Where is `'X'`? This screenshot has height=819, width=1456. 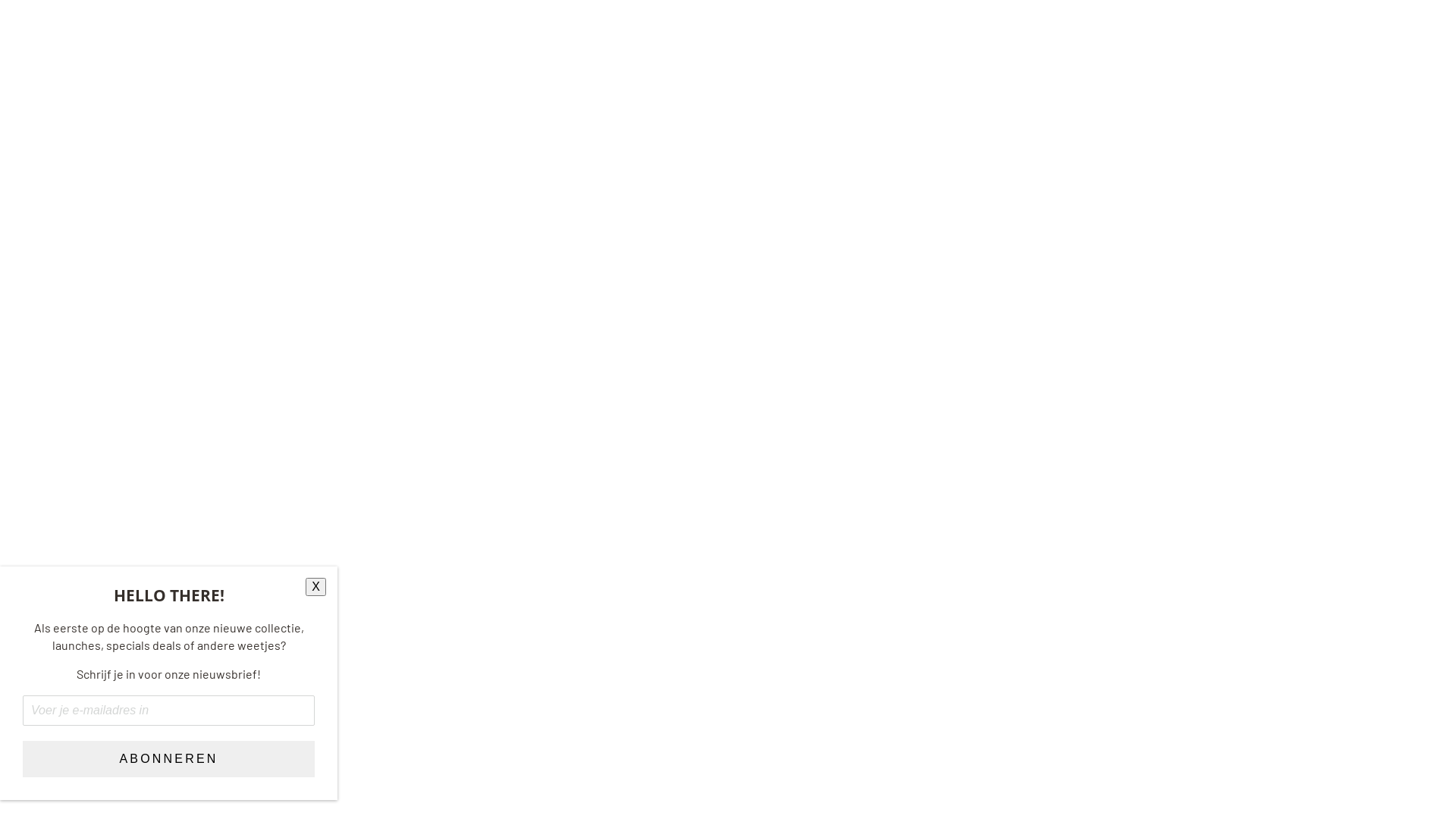 'X' is located at coordinates (315, 586).